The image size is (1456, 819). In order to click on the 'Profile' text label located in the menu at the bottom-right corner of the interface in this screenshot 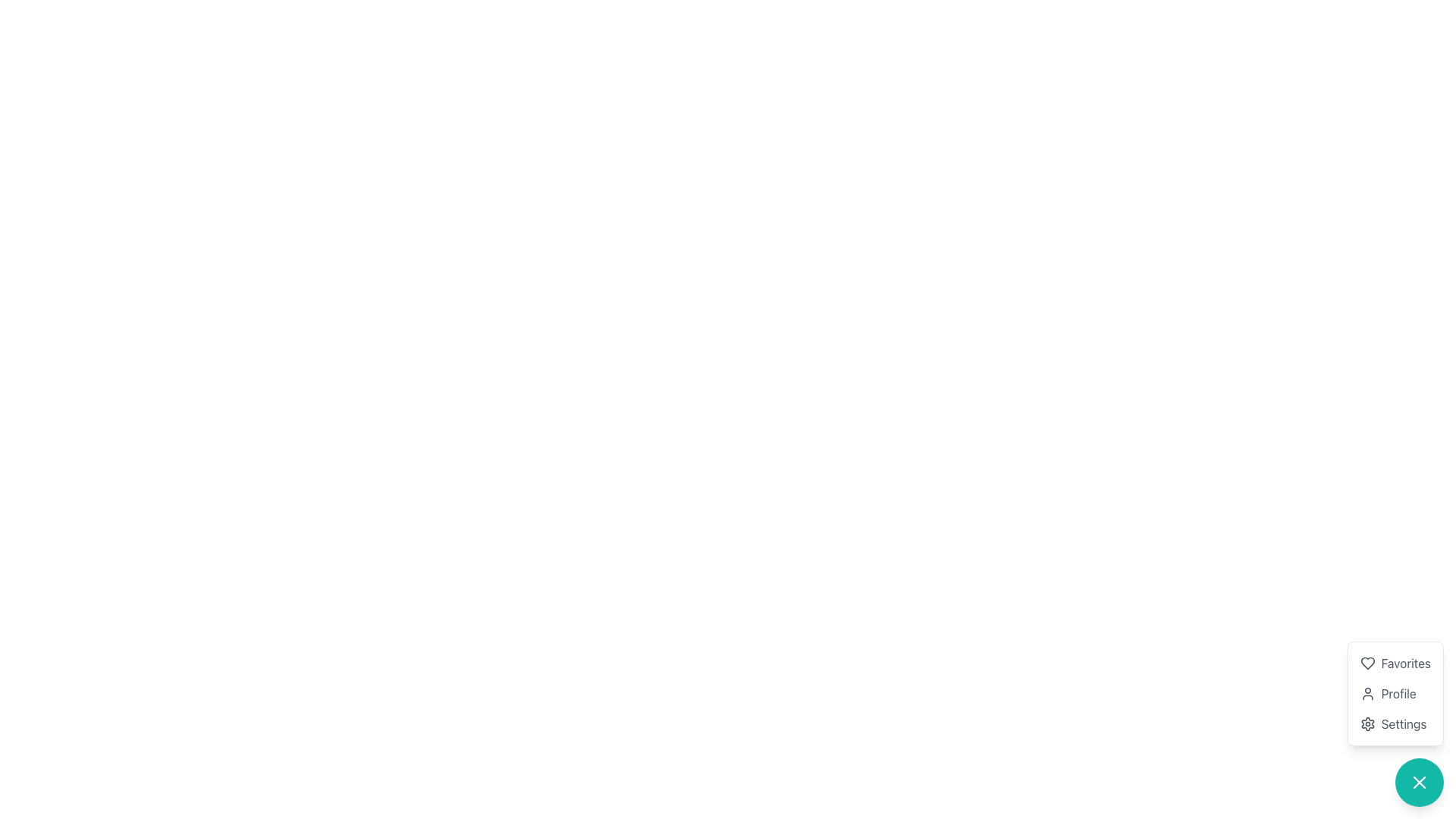, I will do `click(1398, 693)`.